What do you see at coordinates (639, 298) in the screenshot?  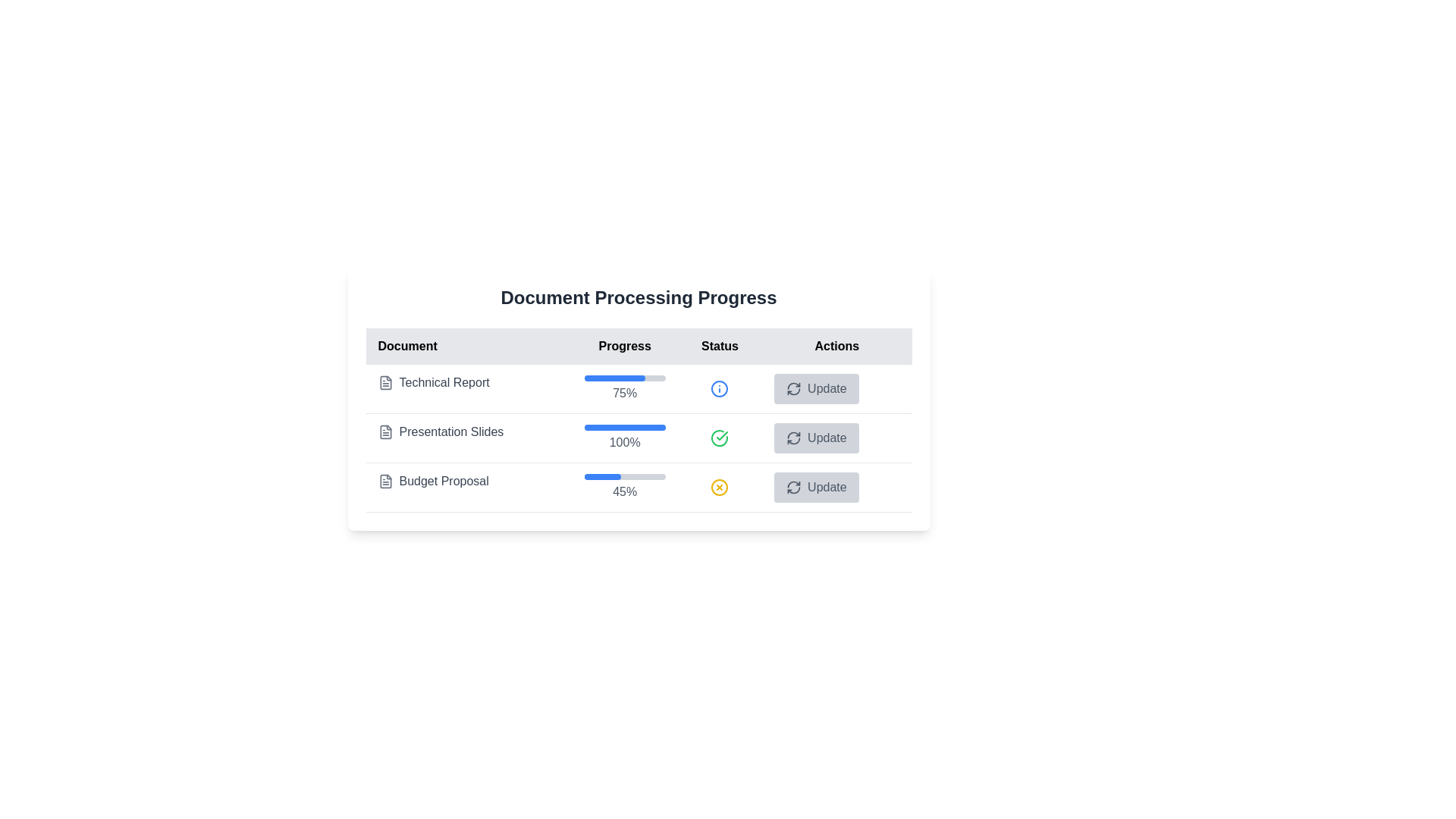 I see `the prominent text header labeled 'Document Processing Progress', which is styled in bold and large dark gray font, located at the upper center of the component` at bounding box center [639, 298].